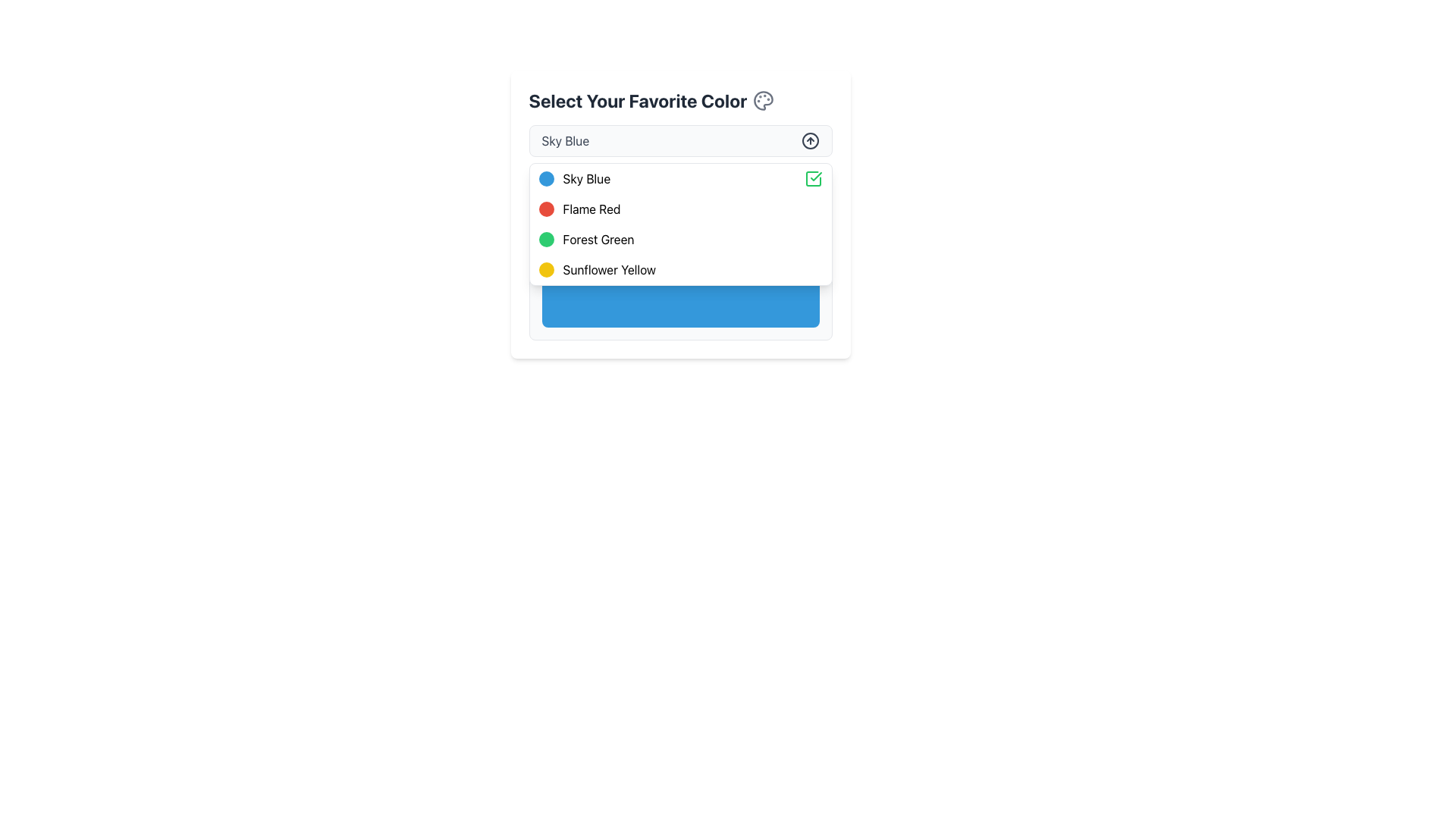 The height and width of the screenshot is (819, 1456). I want to click on the upward-pointing arrow icon located in the top-right corner of the dropdown-selection UI for colors, so click(809, 140).